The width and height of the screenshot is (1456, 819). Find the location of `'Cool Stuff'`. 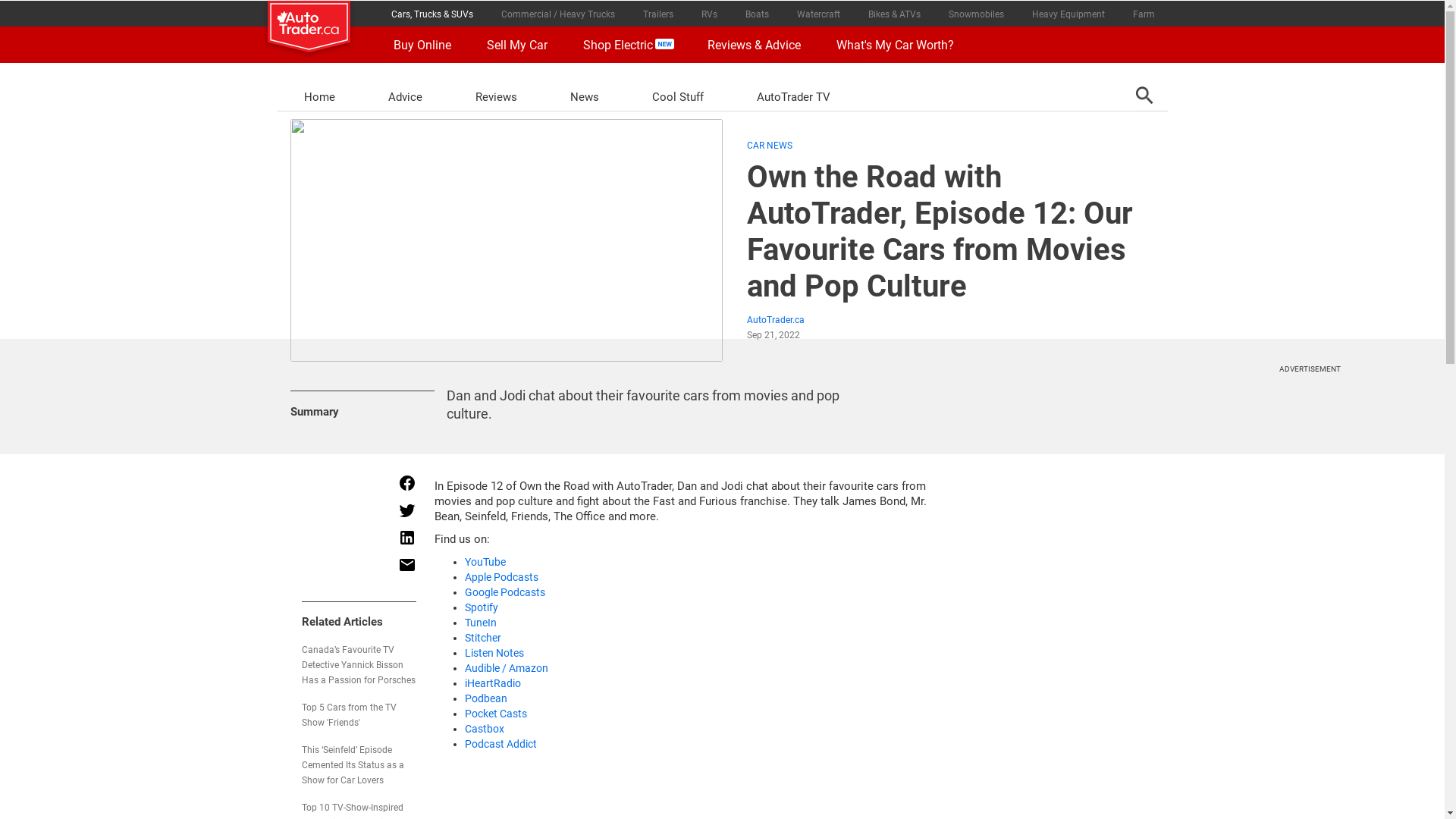

'Cool Stuff' is located at coordinates (676, 96).